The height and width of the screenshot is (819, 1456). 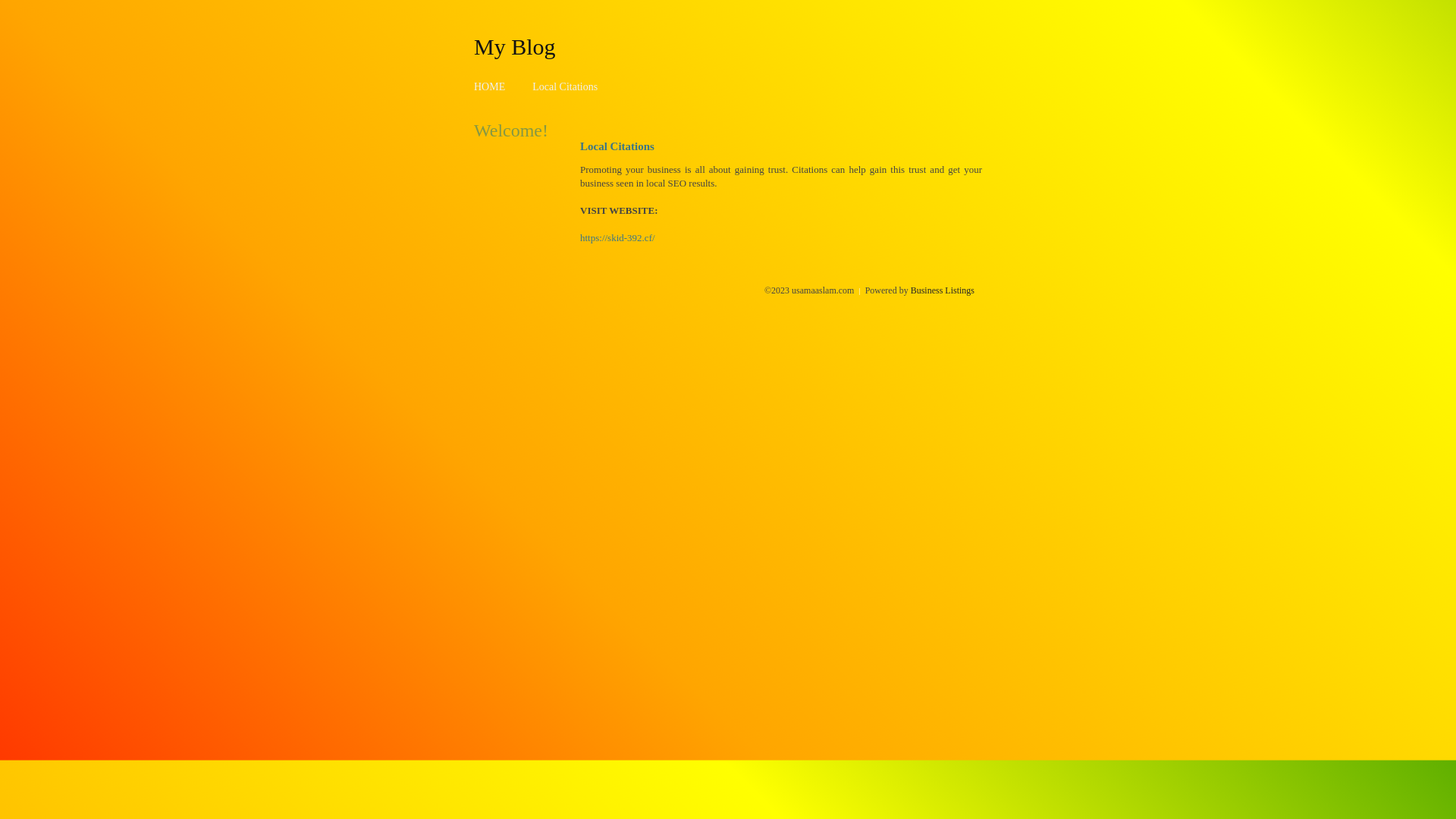 I want to click on 'https://skid-392.cf/', so click(x=617, y=237).